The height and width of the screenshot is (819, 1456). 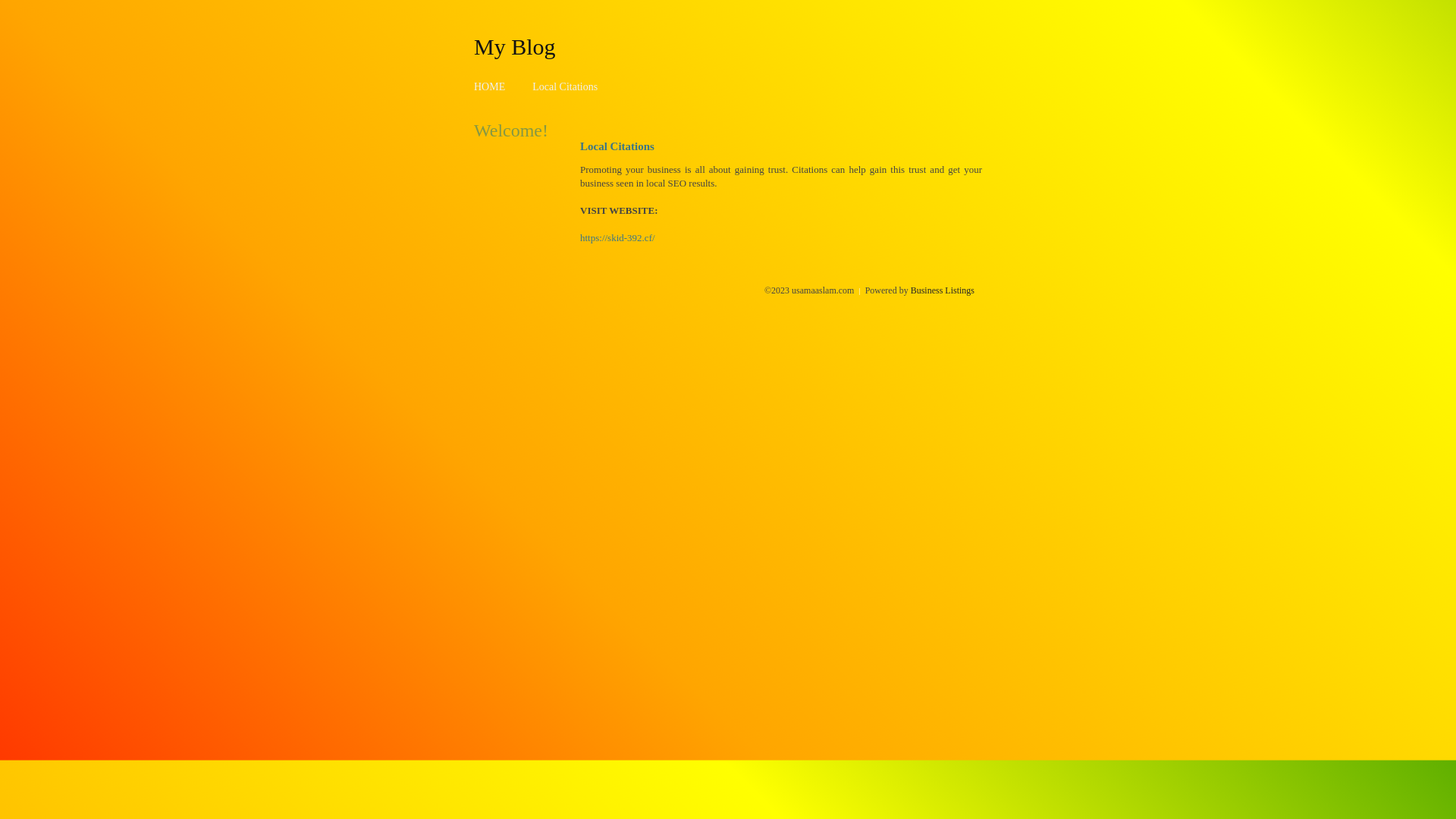 I want to click on 'https://skid-392.cf/', so click(x=617, y=237).